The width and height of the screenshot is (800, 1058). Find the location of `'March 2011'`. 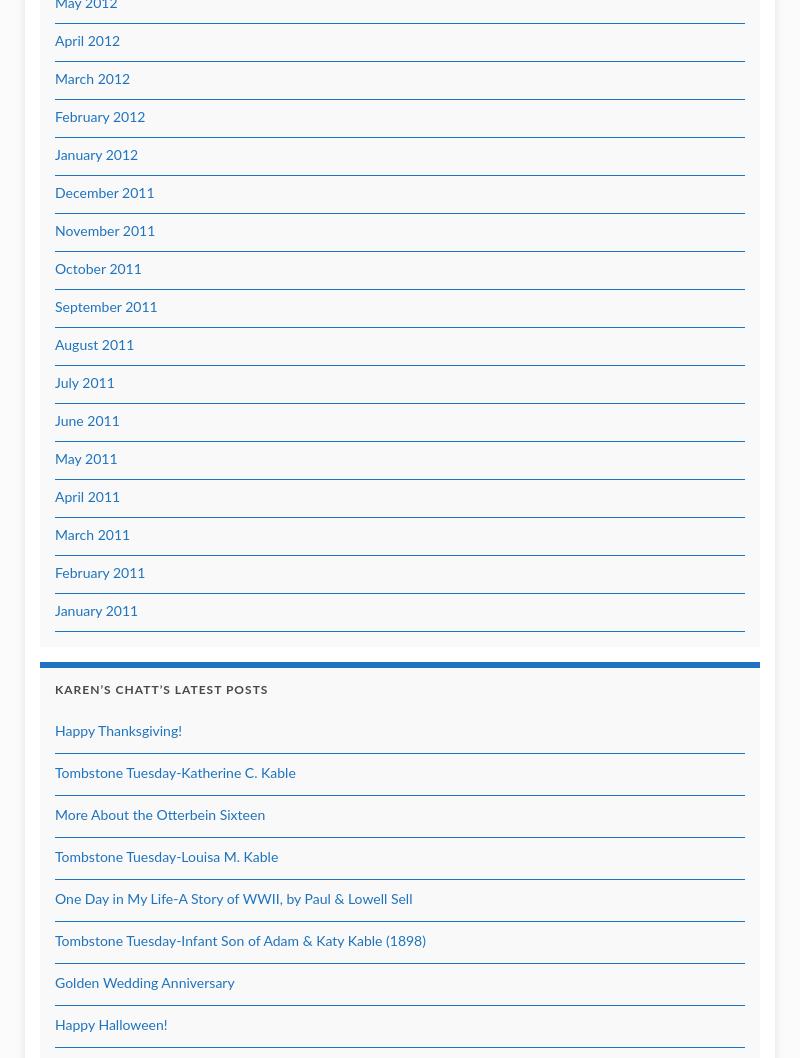

'March 2011' is located at coordinates (92, 535).